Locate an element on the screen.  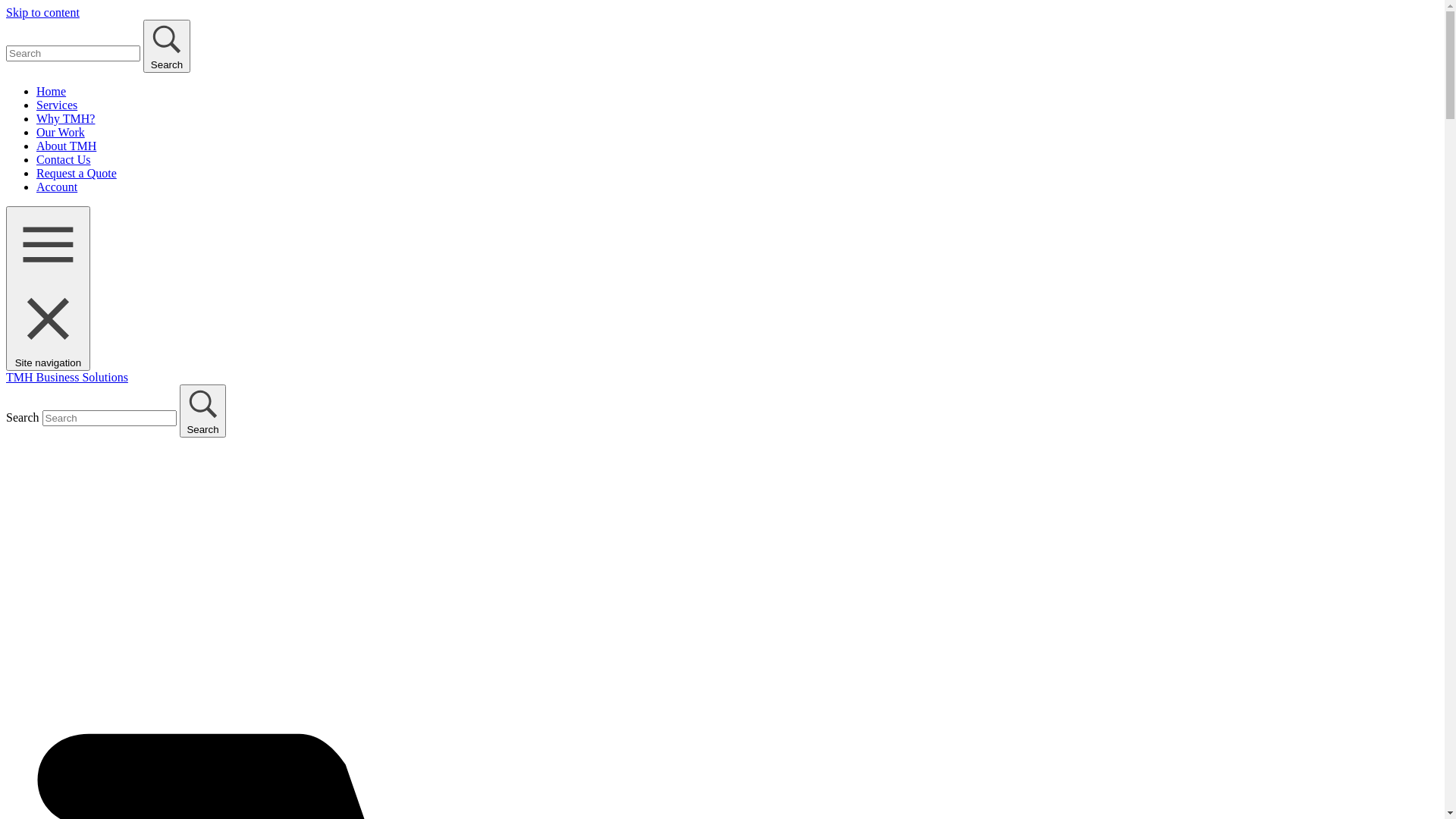
'Account' is located at coordinates (57, 186).